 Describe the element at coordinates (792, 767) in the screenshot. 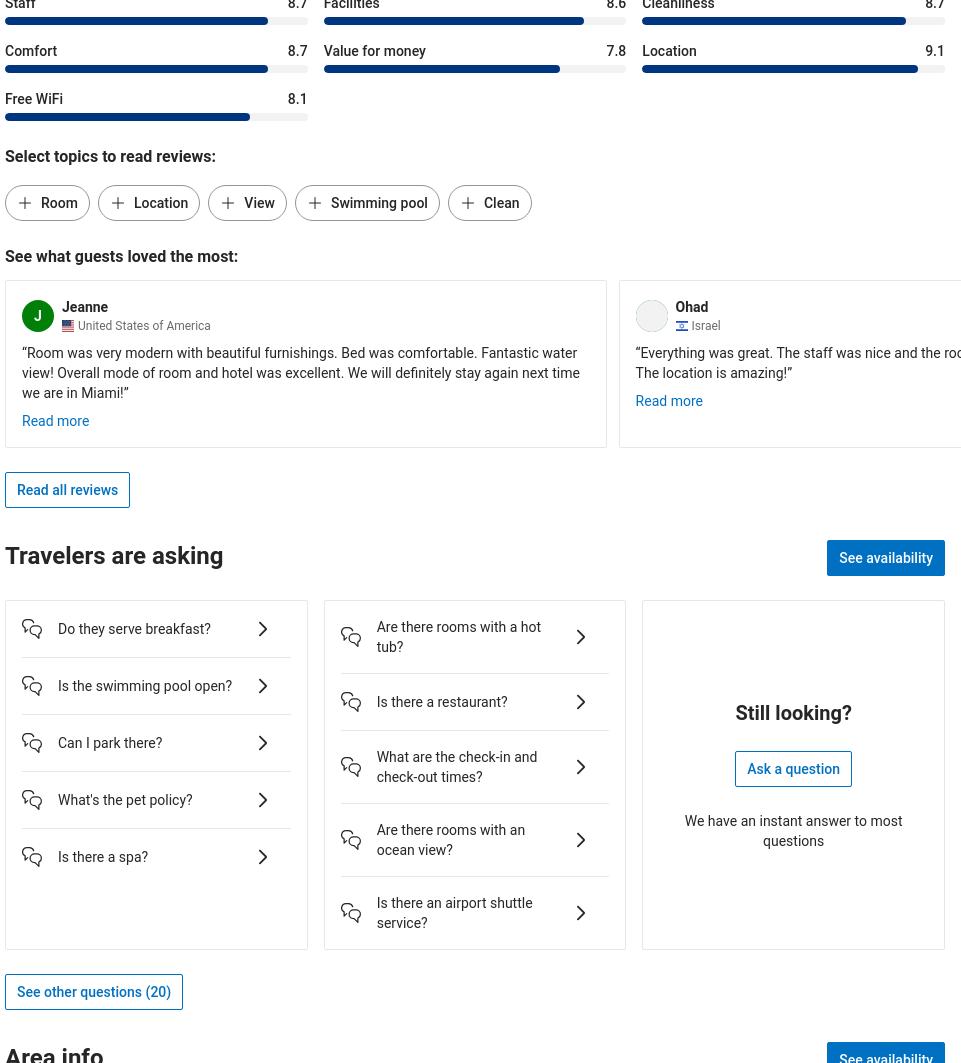

I see `'Ask a question'` at that location.